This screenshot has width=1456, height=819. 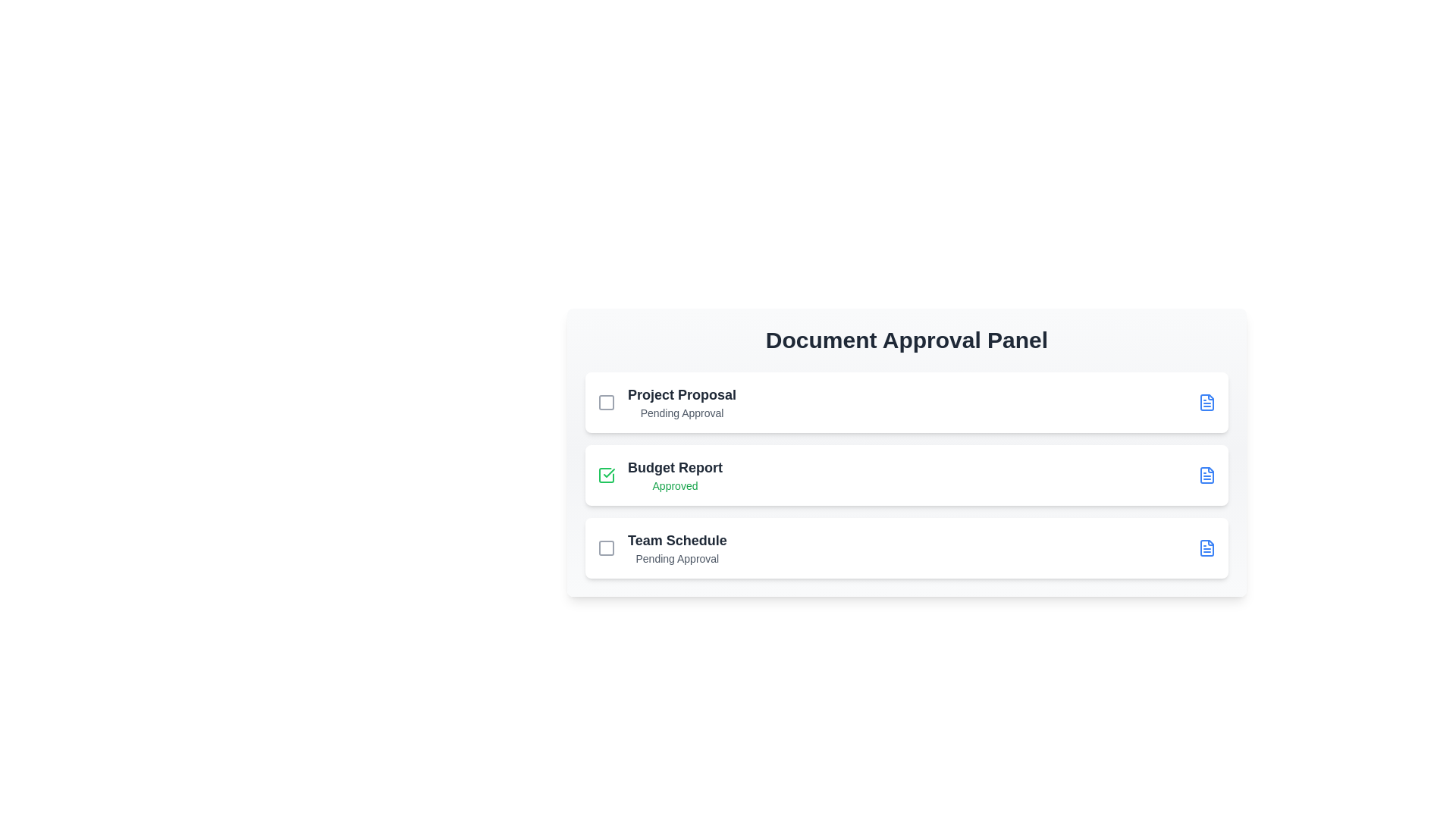 What do you see at coordinates (1207, 475) in the screenshot?
I see `the document icon for Budget Report` at bounding box center [1207, 475].